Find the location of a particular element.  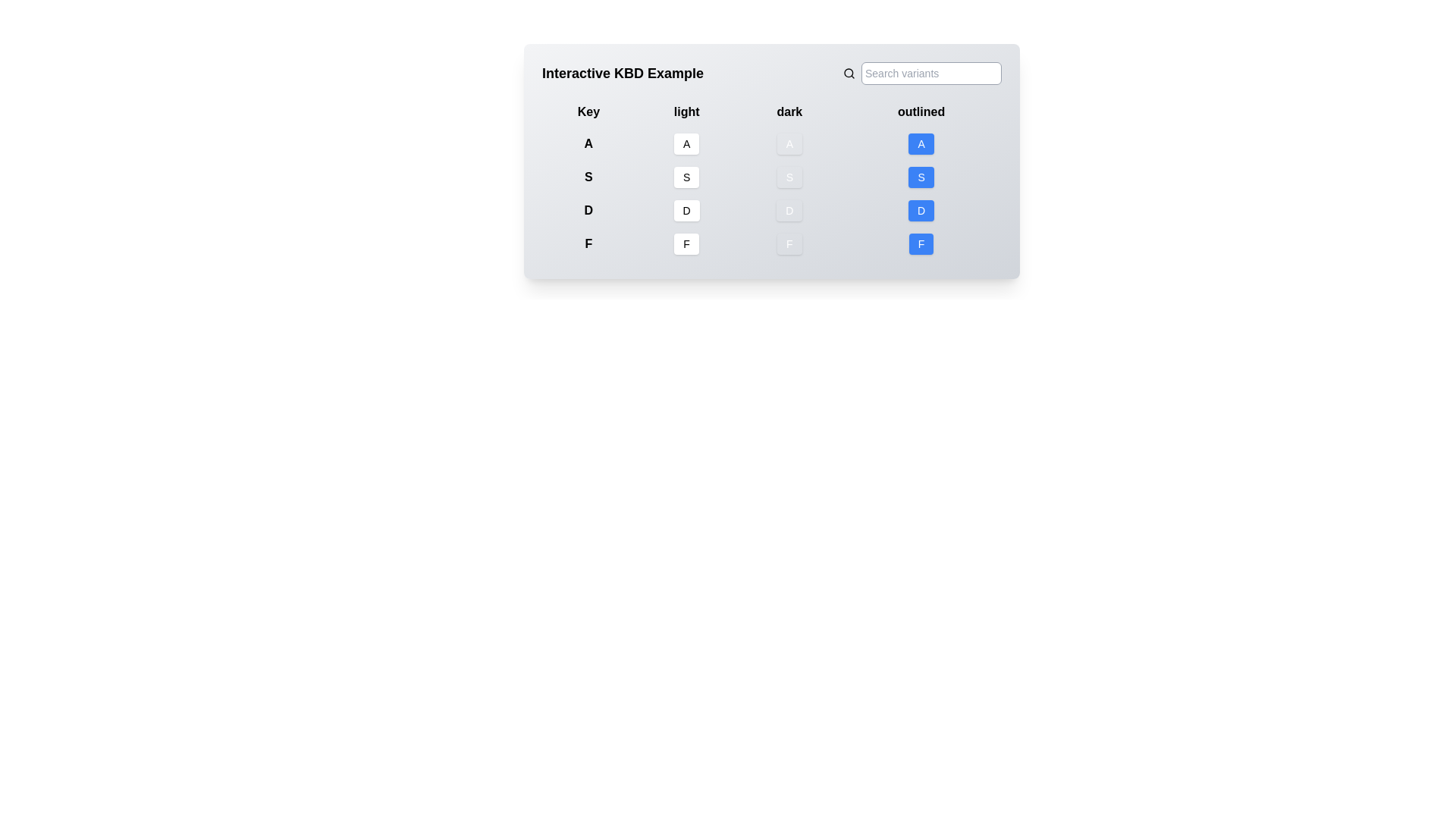

the non-interactive Button-like display element located third from the top in the outlined column, positioned between the 'D' and 'F' items is located at coordinates (921, 210).